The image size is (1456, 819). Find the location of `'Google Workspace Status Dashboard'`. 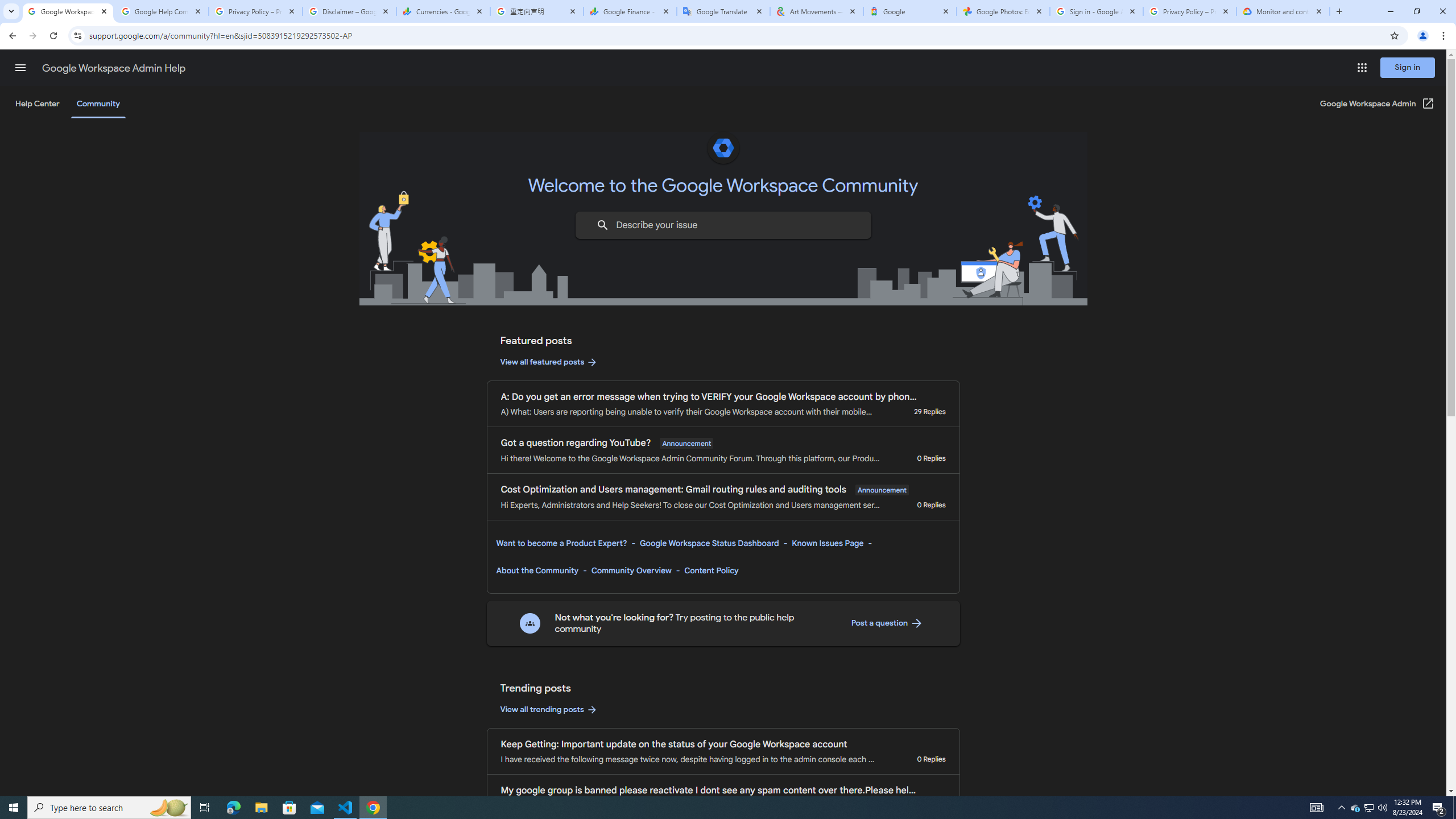

'Google Workspace Status Dashboard' is located at coordinates (709, 542).